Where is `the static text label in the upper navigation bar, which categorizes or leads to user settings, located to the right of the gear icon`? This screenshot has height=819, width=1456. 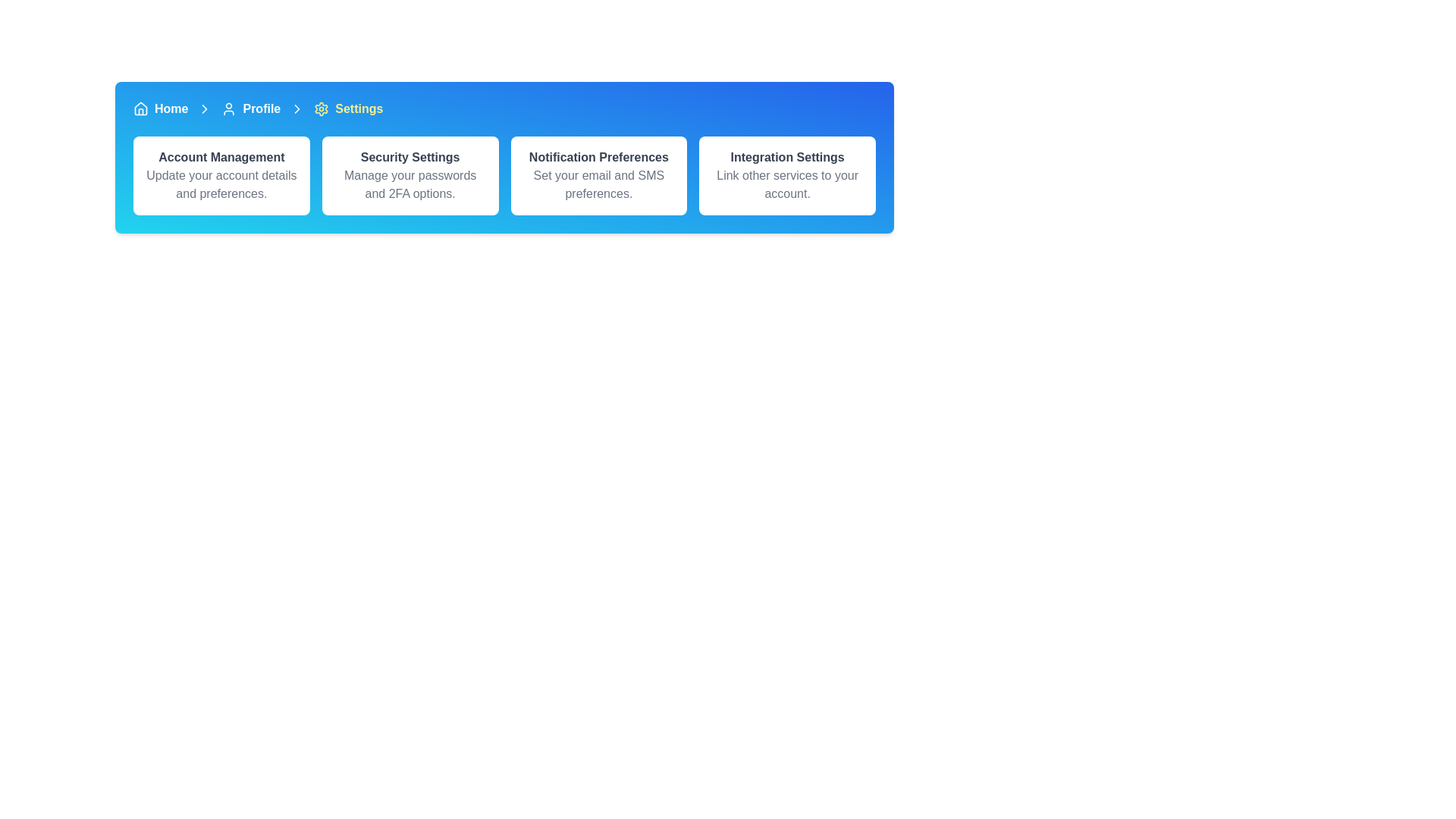
the static text label in the upper navigation bar, which categorizes or leads to user settings, located to the right of the gear icon is located at coordinates (358, 108).